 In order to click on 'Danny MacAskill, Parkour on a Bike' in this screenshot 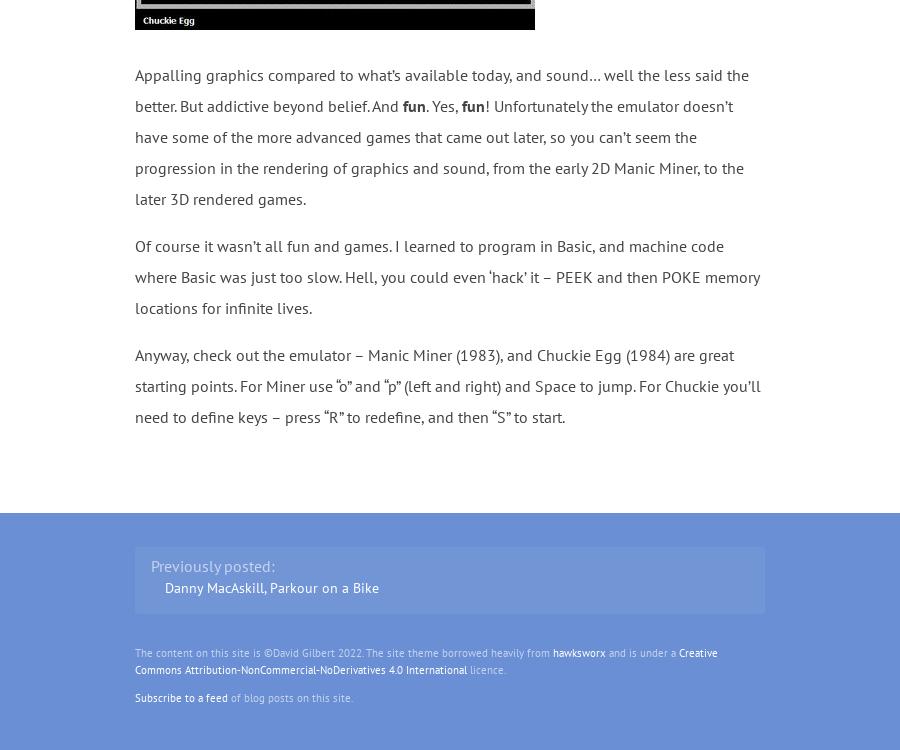, I will do `click(163, 587)`.